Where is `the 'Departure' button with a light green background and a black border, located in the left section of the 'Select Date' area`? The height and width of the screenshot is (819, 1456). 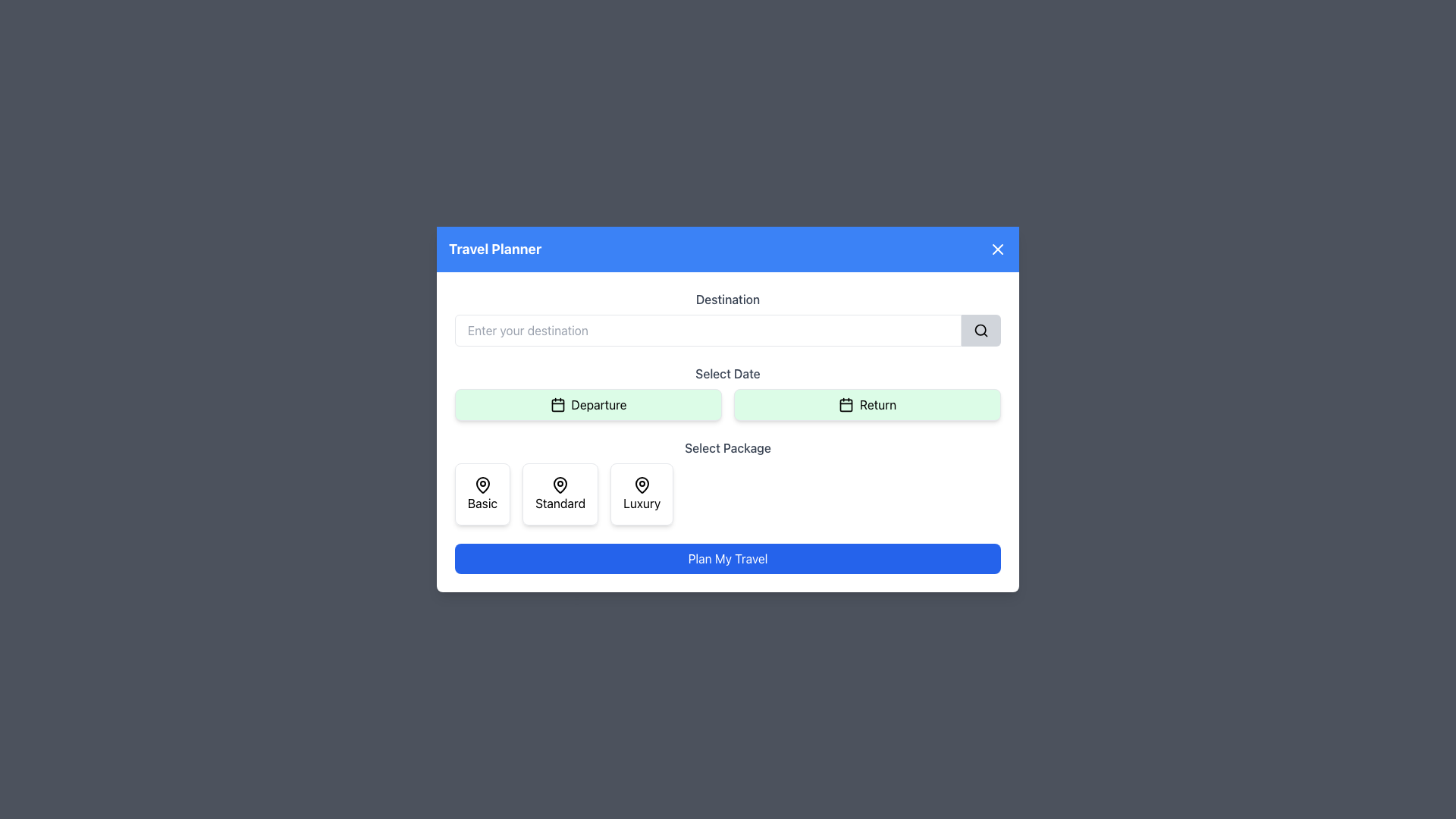 the 'Departure' button with a light green background and a black border, located in the left section of the 'Select Date' area is located at coordinates (588, 403).